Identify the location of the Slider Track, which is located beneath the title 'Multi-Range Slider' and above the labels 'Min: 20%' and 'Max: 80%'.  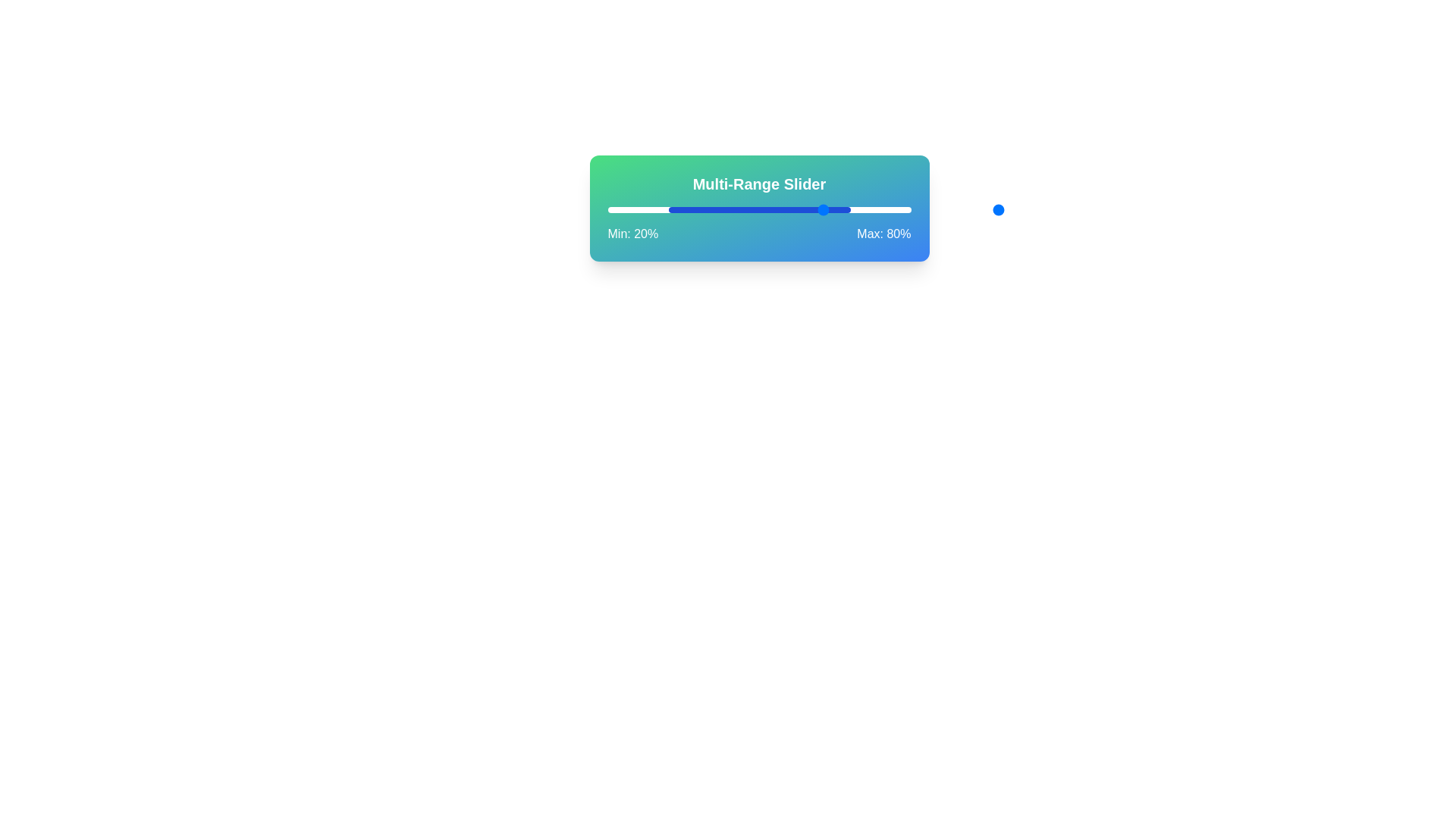
(759, 210).